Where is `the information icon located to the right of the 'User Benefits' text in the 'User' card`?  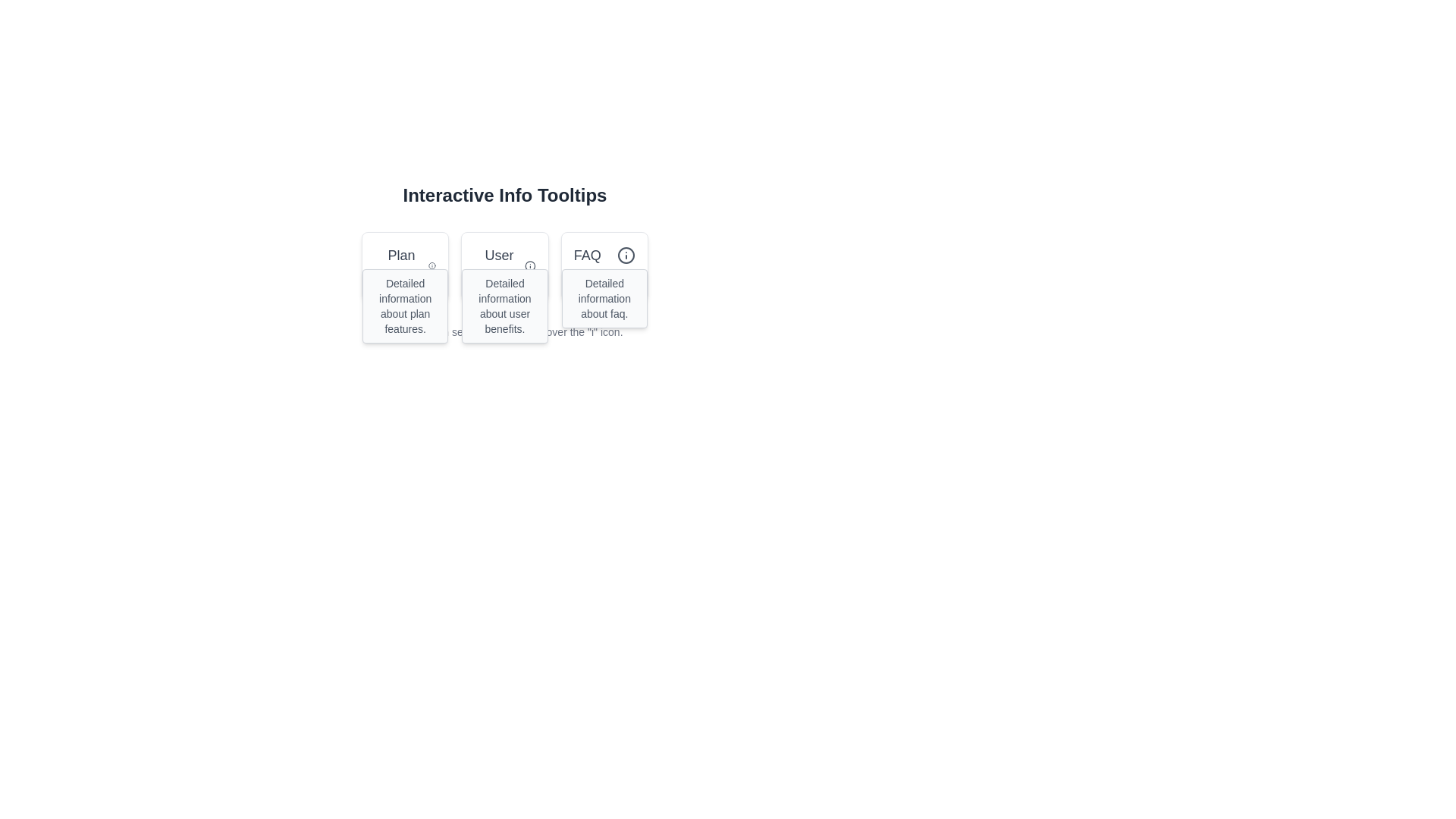
the information icon located to the right of the 'User Benefits' text in the 'User' card is located at coordinates (530, 265).